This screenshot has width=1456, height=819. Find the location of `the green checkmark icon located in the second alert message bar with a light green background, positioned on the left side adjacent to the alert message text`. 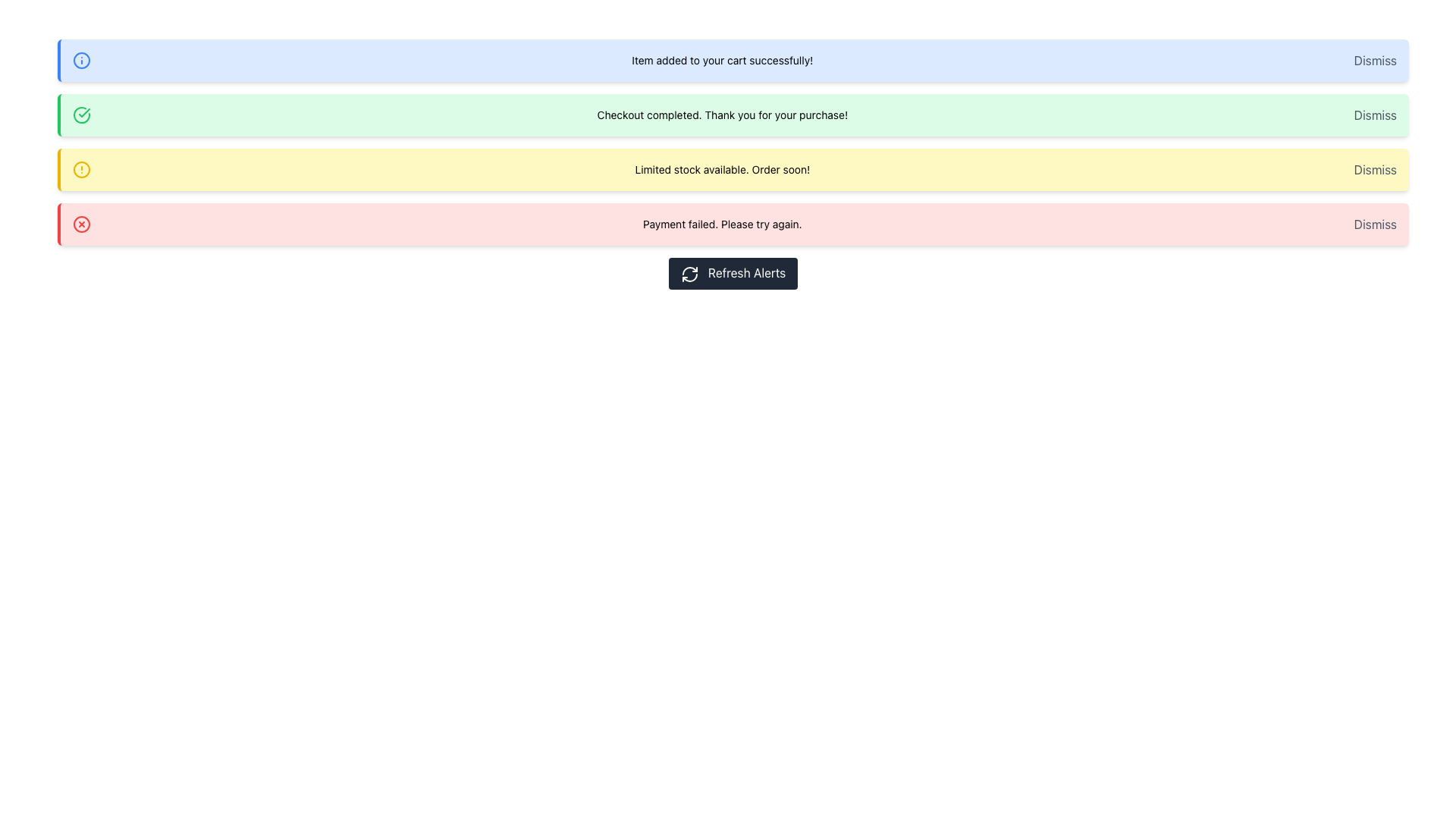

the green checkmark icon located in the second alert message bar with a light green background, positioned on the left side adjacent to the alert message text is located at coordinates (83, 112).